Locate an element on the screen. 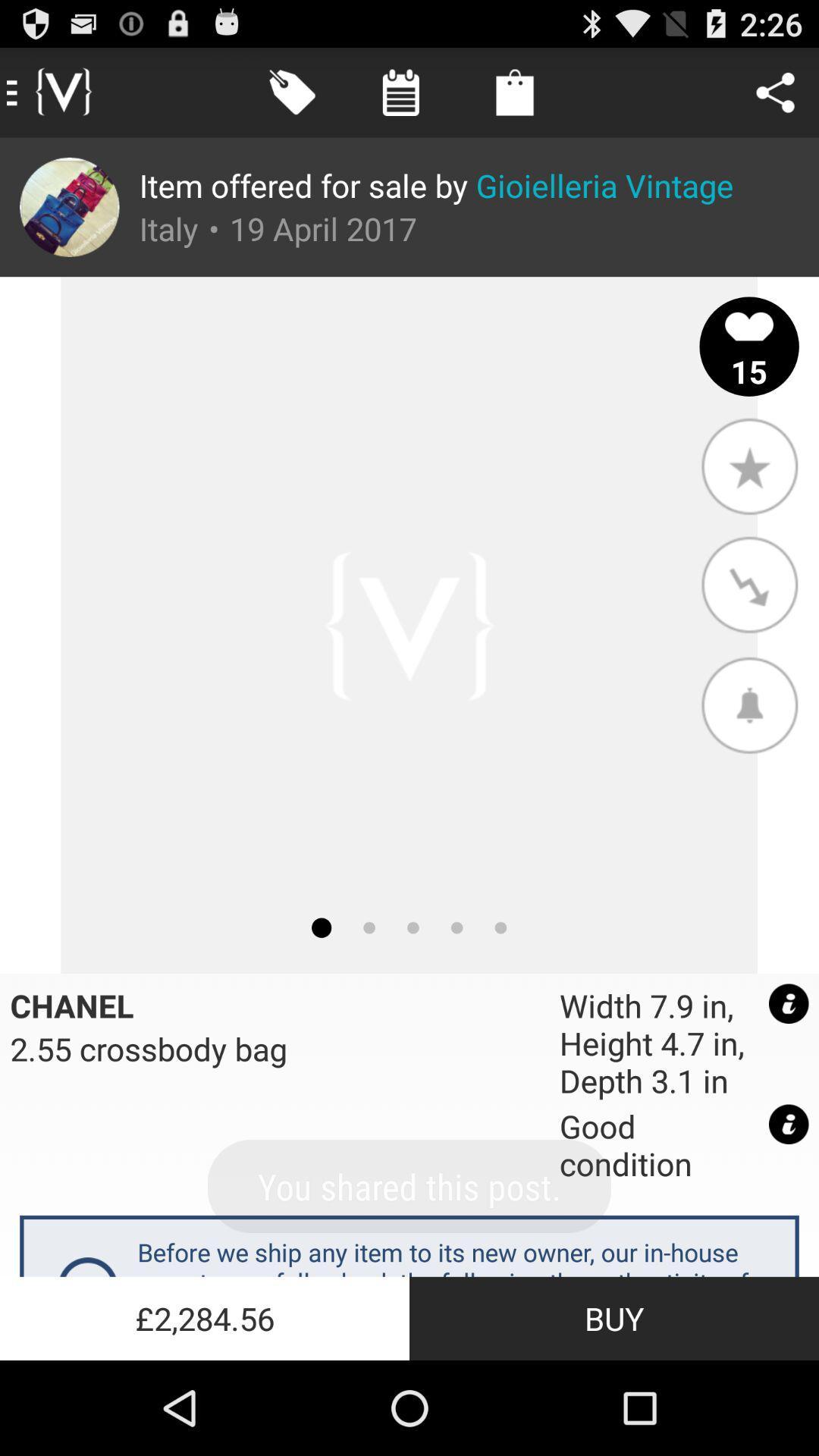 The height and width of the screenshot is (1456, 819). the app next to the item offered for app is located at coordinates (69, 206).